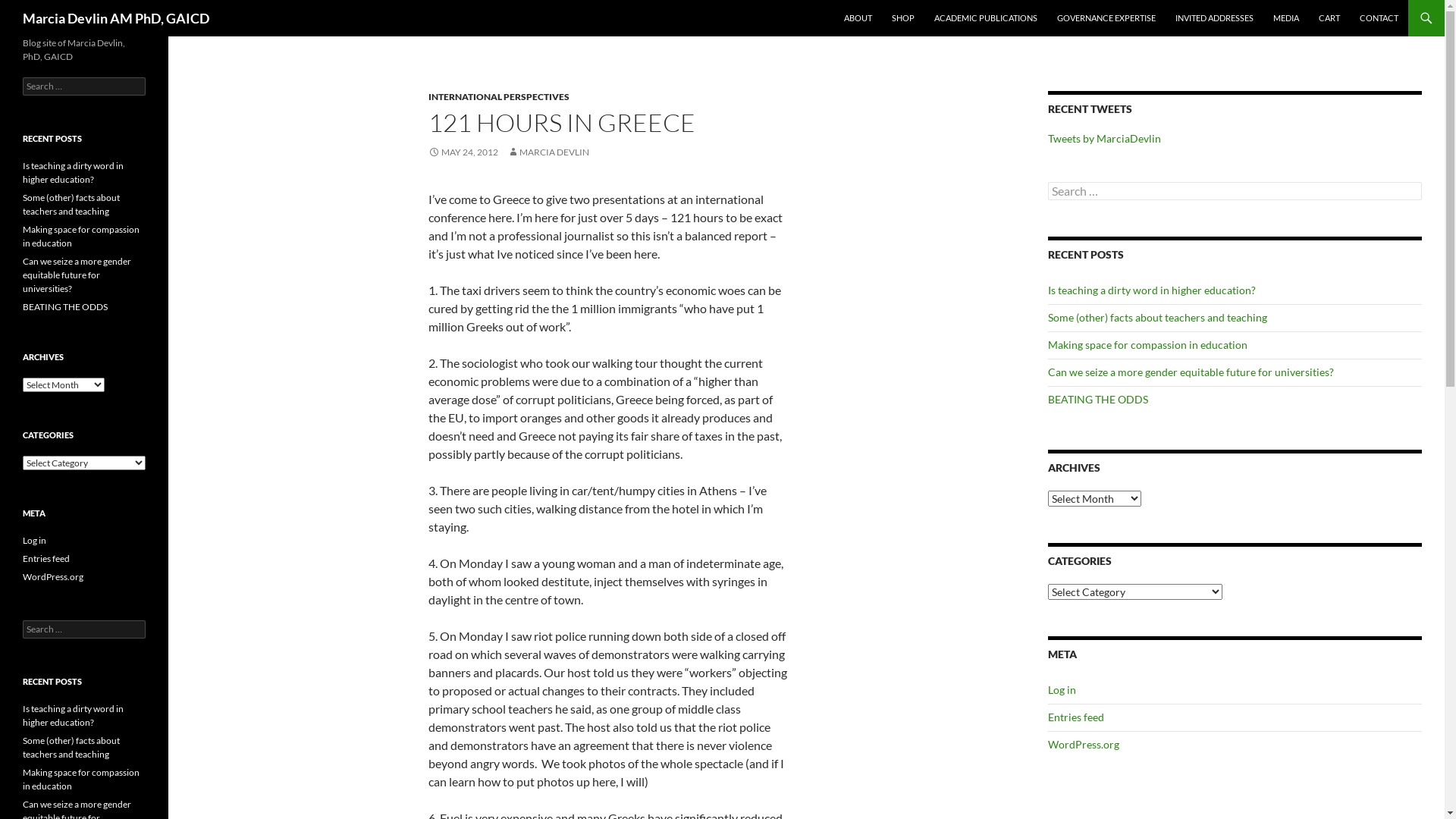 The image size is (1456, 819). Describe the element at coordinates (1285, 17) in the screenshot. I see `'MEDIA'` at that location.